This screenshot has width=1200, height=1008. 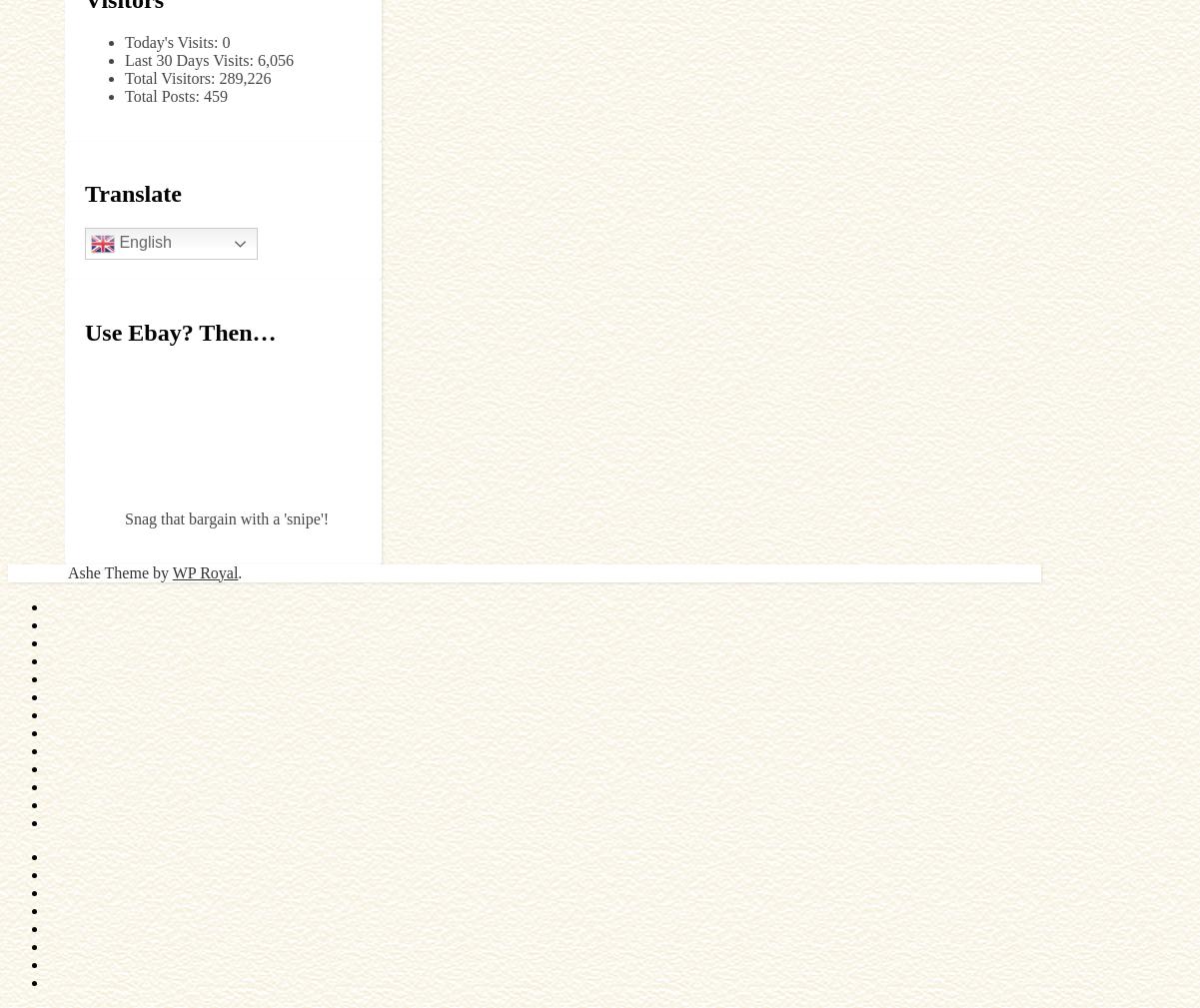 What do you see at coordinates (119, 571) in the screenshot?
I see `'Ashe Theme by'` at bounding box center [119, 571].